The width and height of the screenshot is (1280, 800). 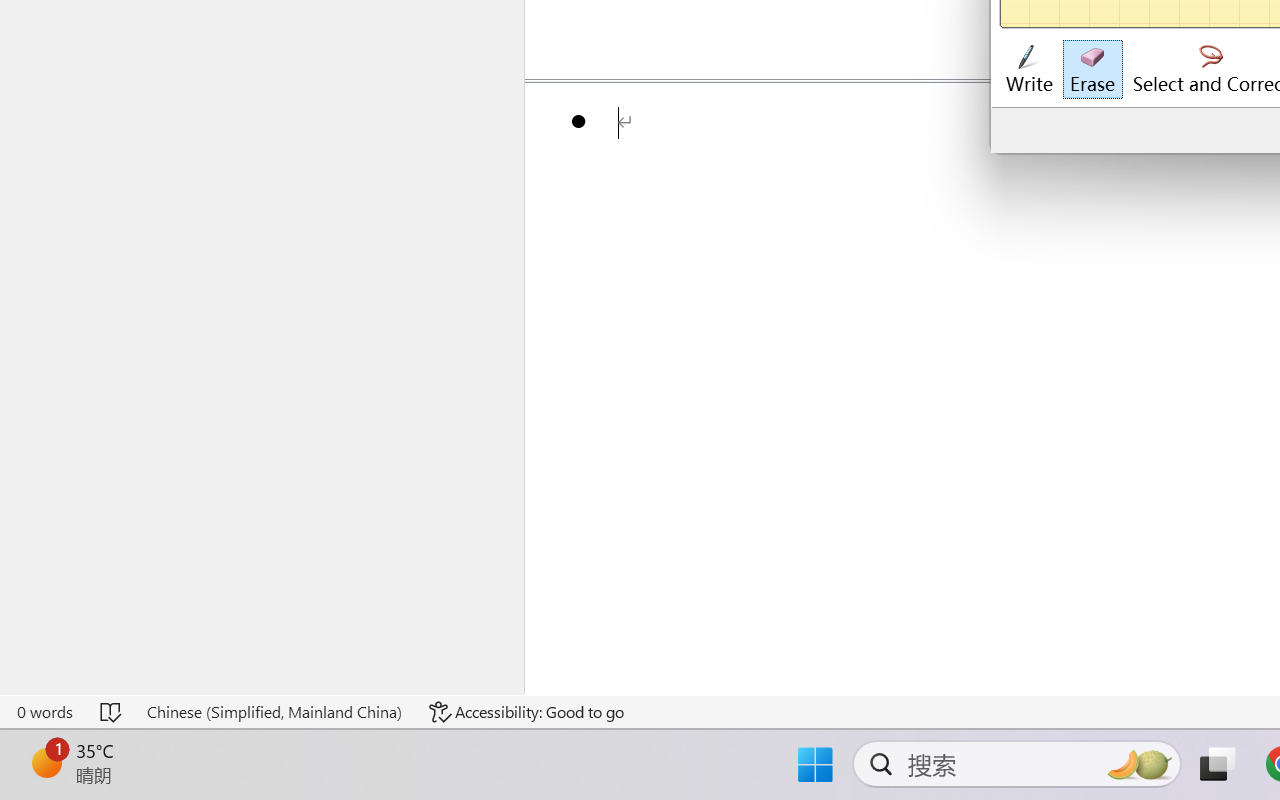 What do you see at coordinates (1029, 69) in the screenshot?
I see `'Write'` at bounding box center [1029, 69].